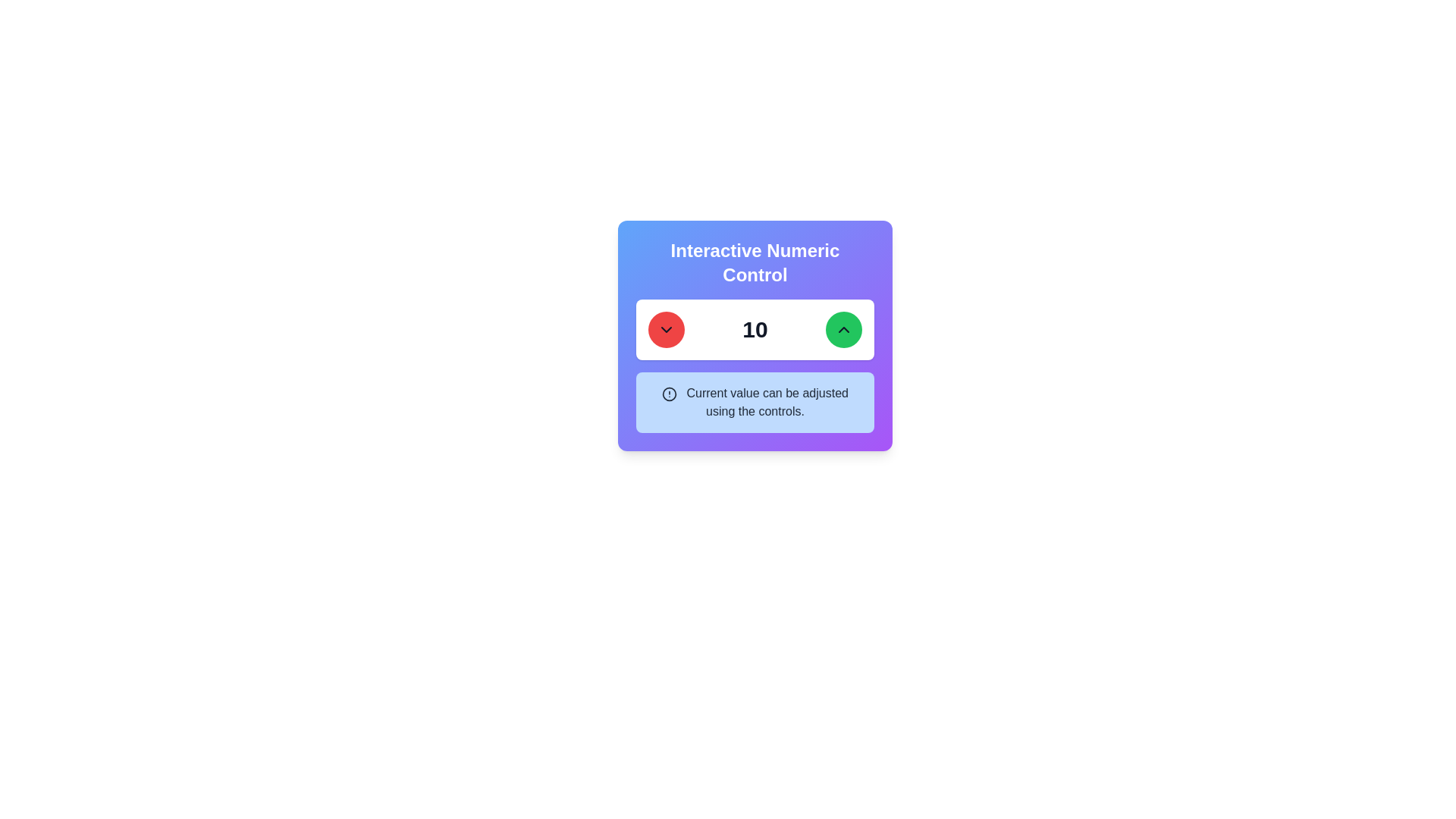  Describe the element at coordinates (669, 393) in the screenshot. I see `the circular notification icon located at the bottom section of the panel, which signifies relevant or informative content` at that location.